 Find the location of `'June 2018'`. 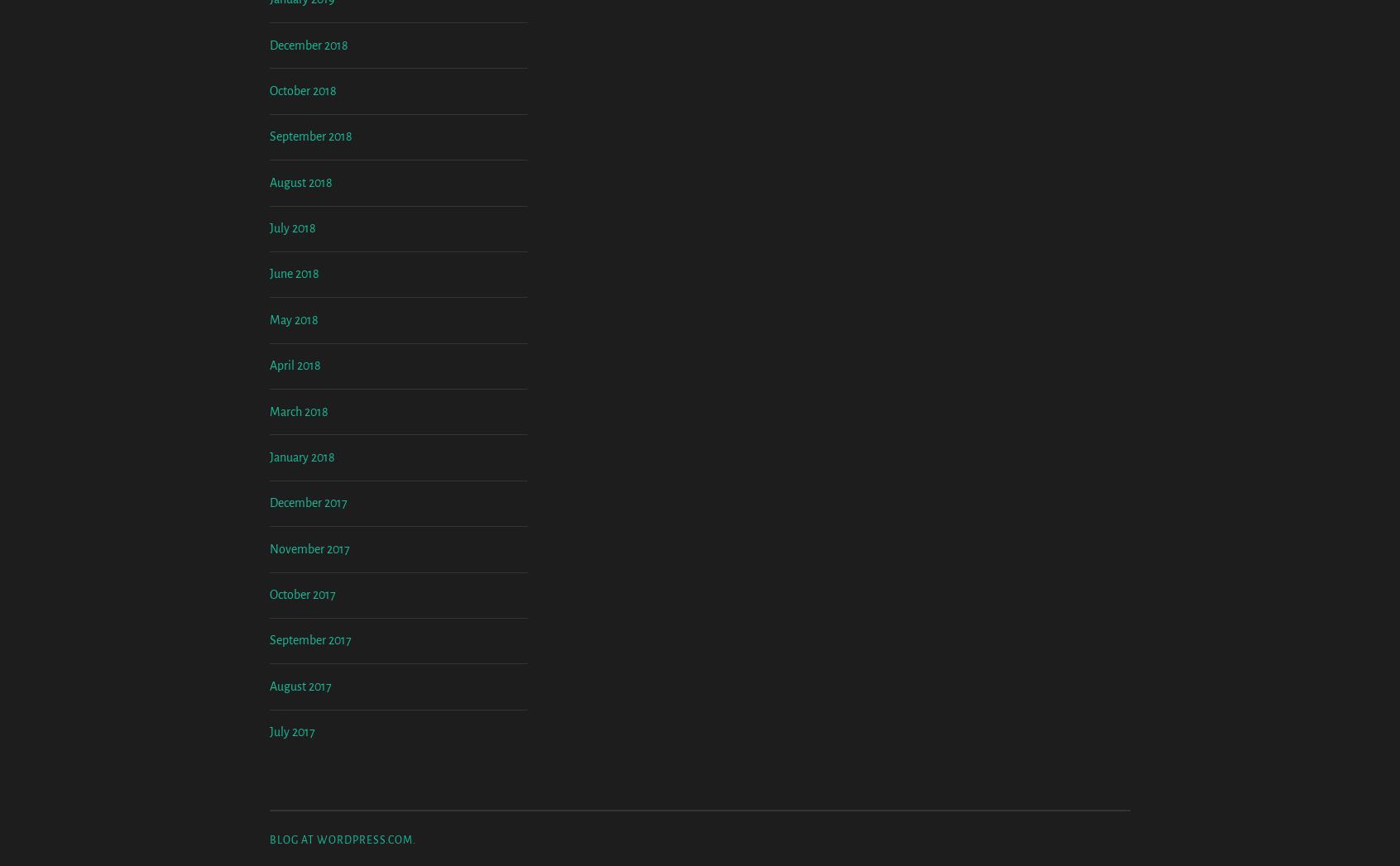

'June 2018' is located at coordinates (269, 410).